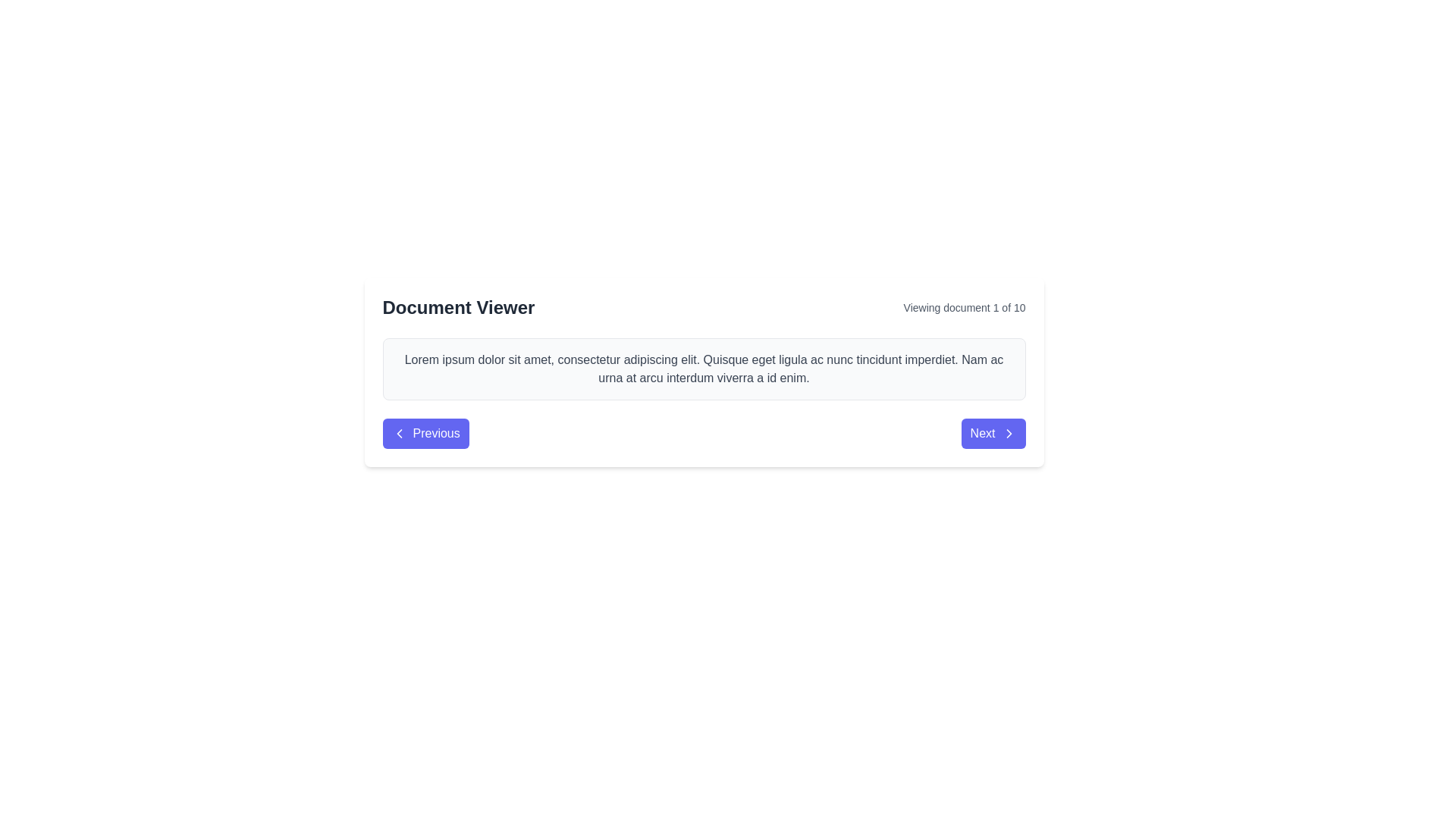  I want to click on the bold and large text heading element displaying 'Document Viewer' in dark gray located at the top-left corner of the interface, so click(457, 307).